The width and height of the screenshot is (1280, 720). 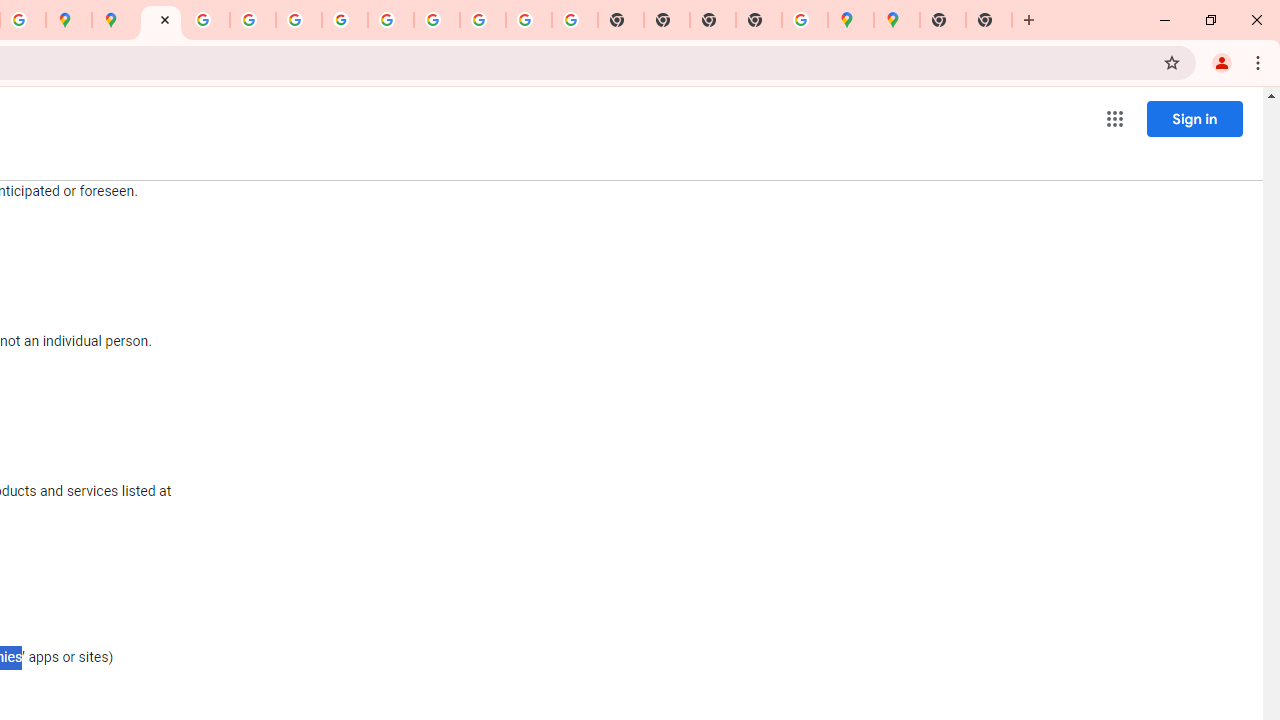 I want to click on 'New Tab', so click(x=942, y=20).